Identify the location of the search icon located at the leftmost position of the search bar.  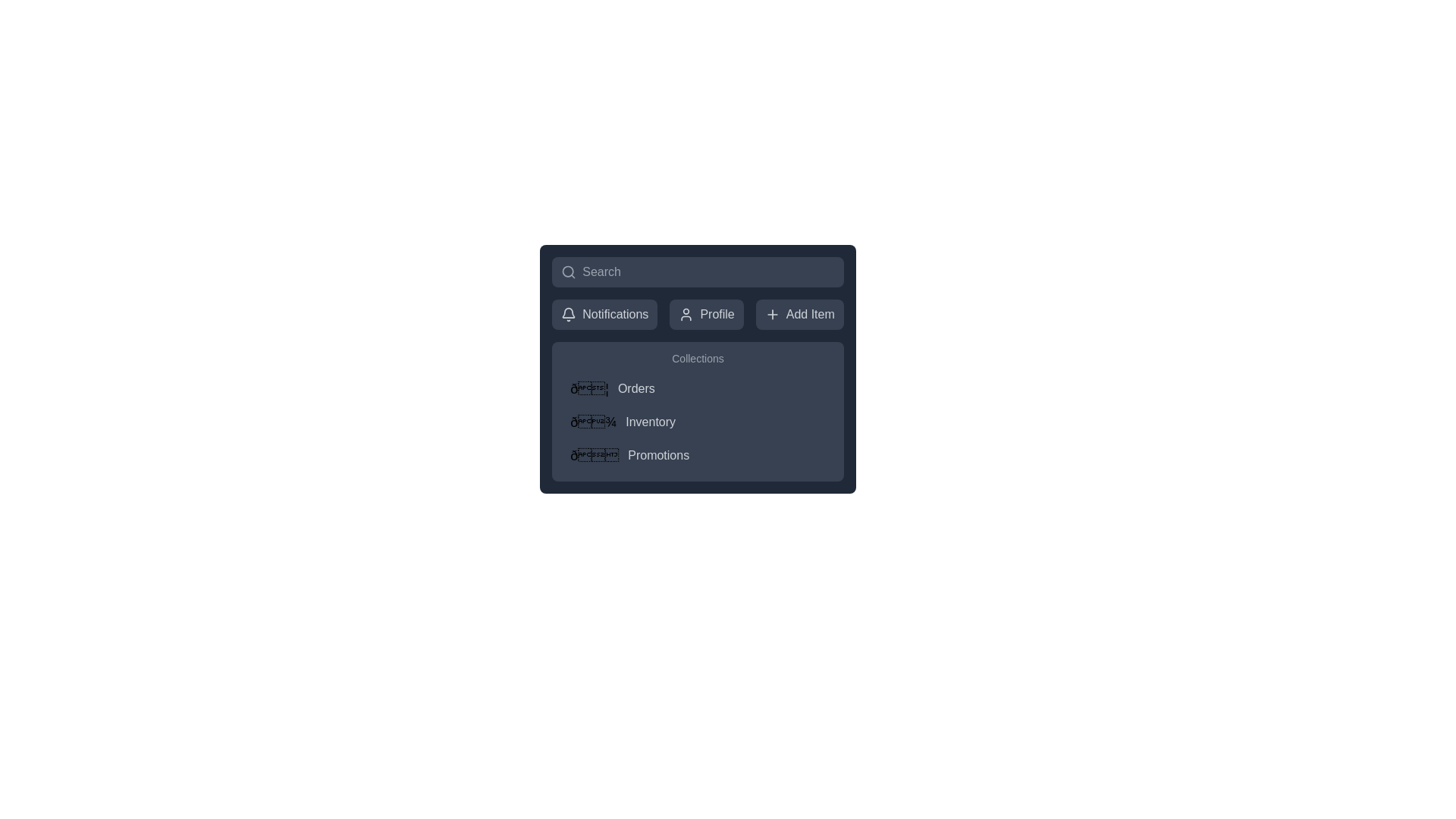
(568, 271).